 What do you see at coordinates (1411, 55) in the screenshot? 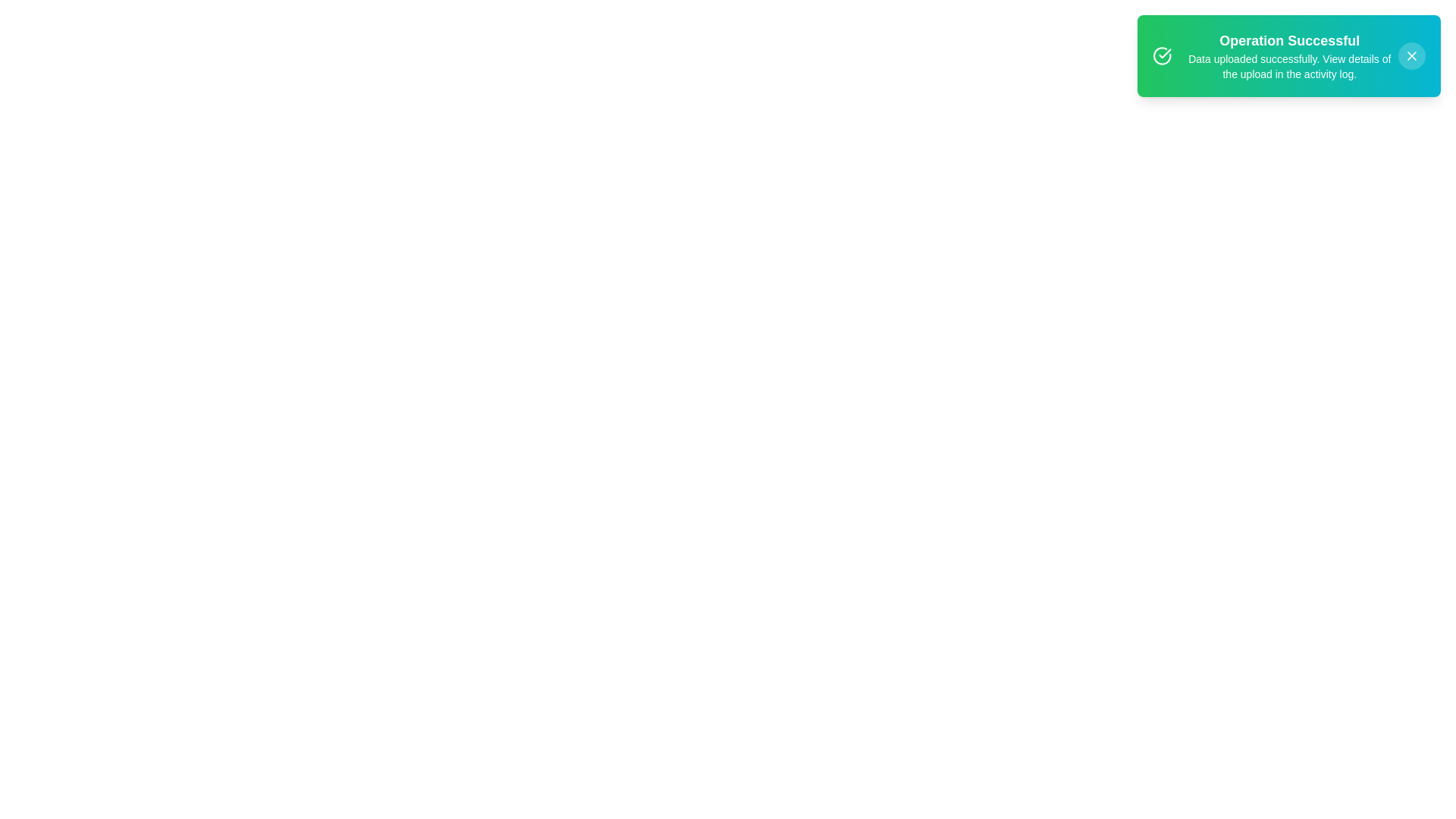
I see `the Close icon represented by an 'X' in the top-right corner of the notification message box` at bounding box center [1411, 55].